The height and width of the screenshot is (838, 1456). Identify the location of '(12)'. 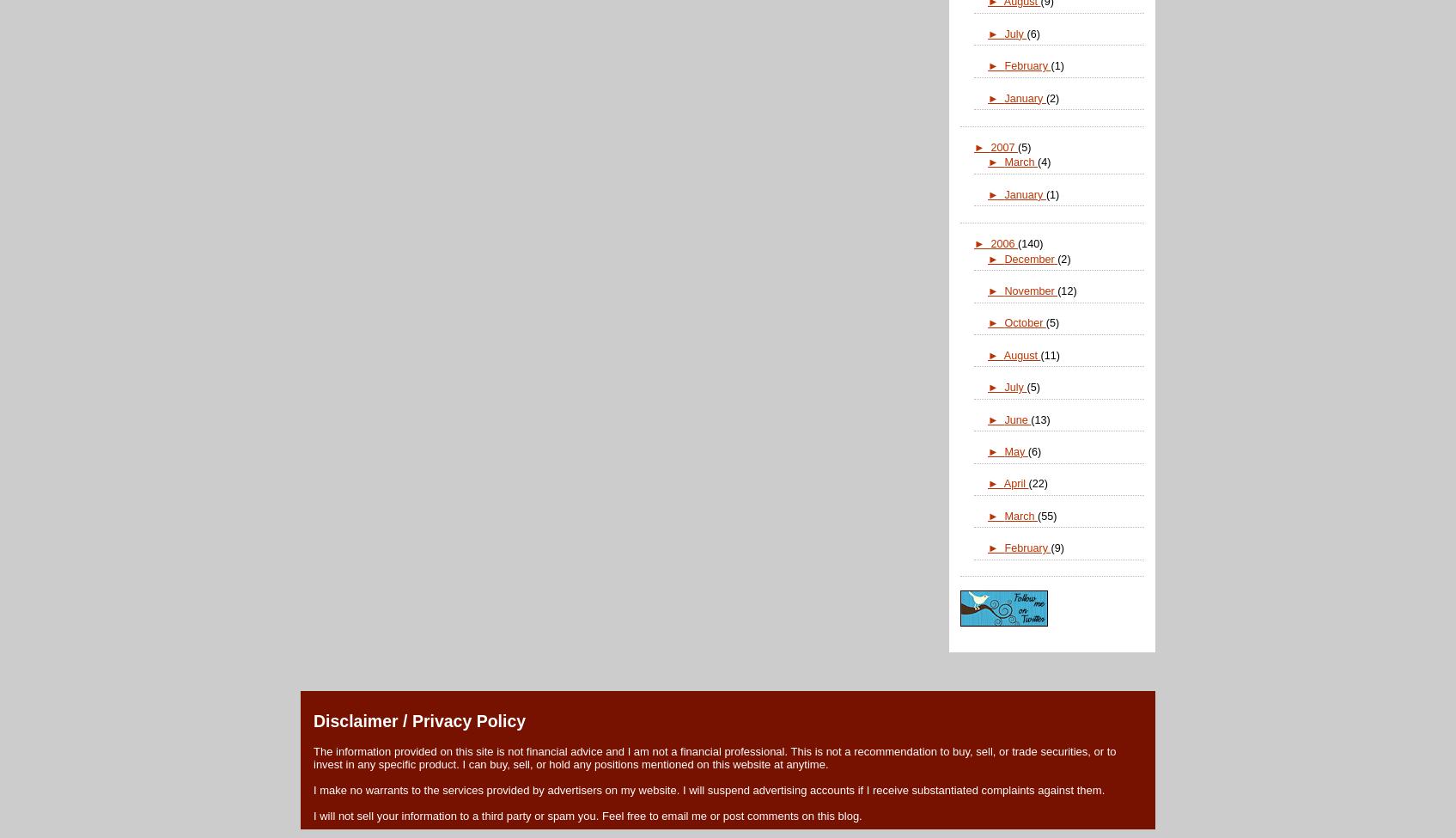
(1065, 290).